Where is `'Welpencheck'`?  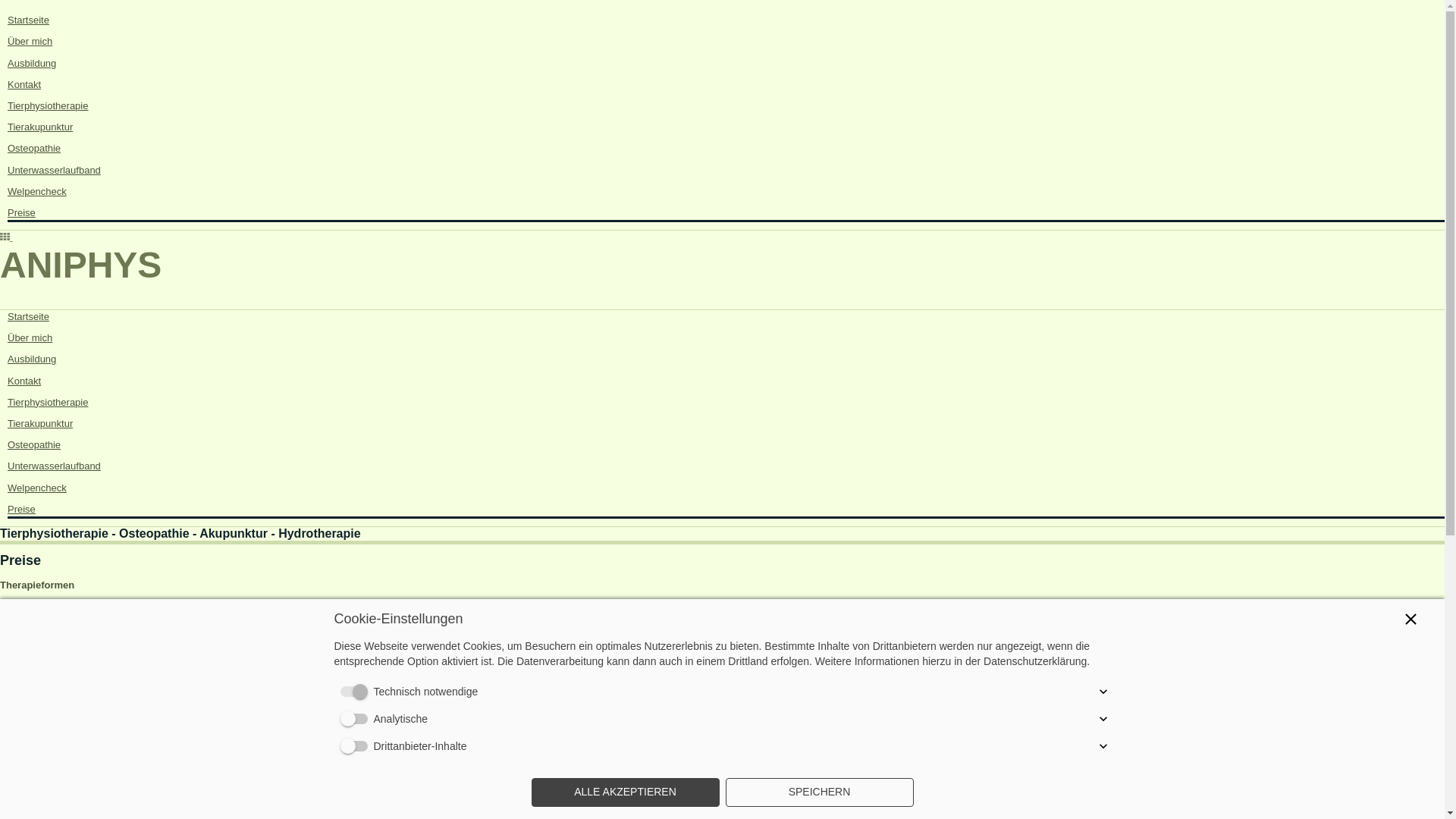 'Welpencheck' is located at coordinates (7, 488).